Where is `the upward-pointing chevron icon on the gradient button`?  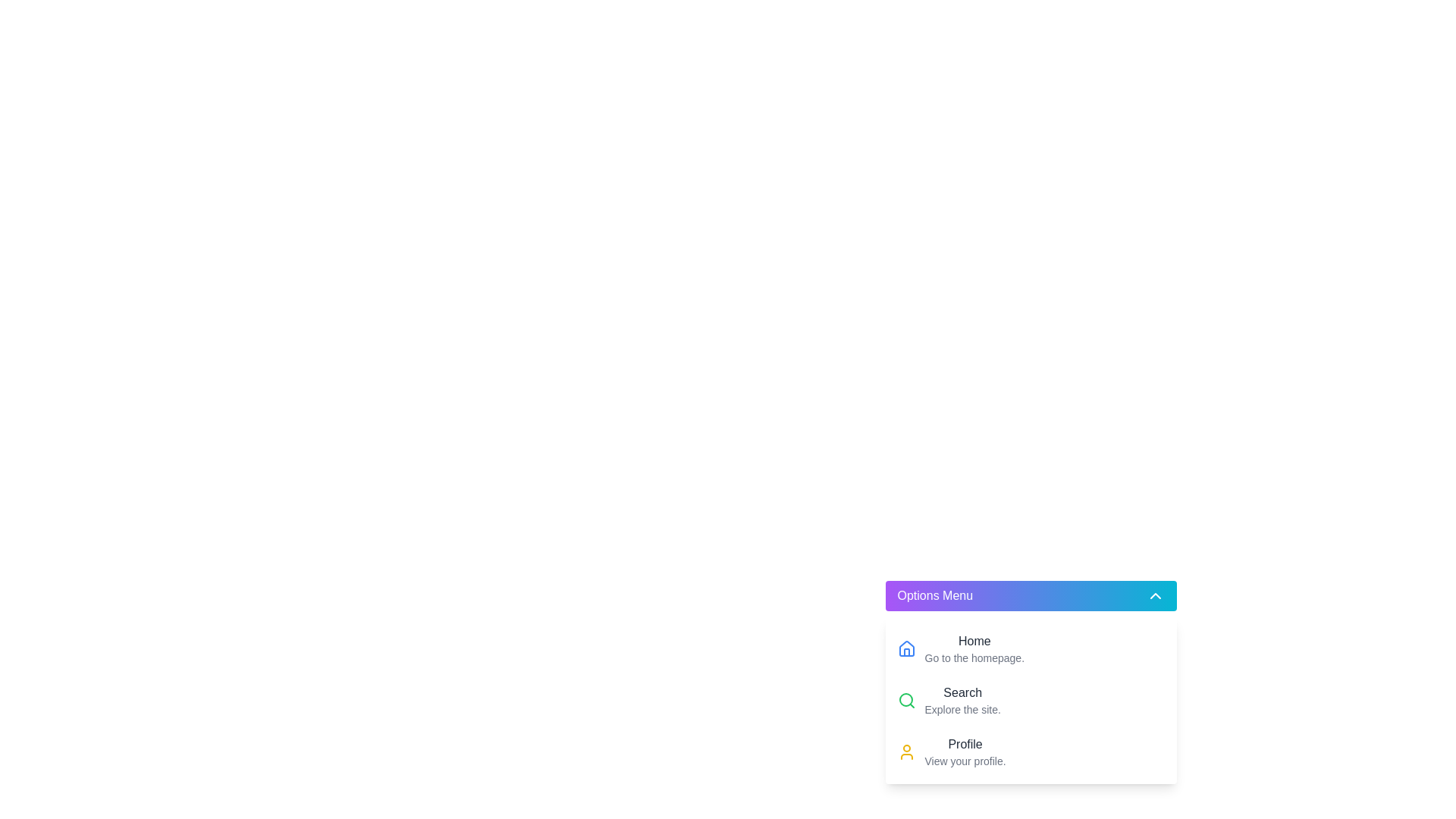
the upward-pointing chevron icon on the gradient button is located at coordinates (1154, 595).